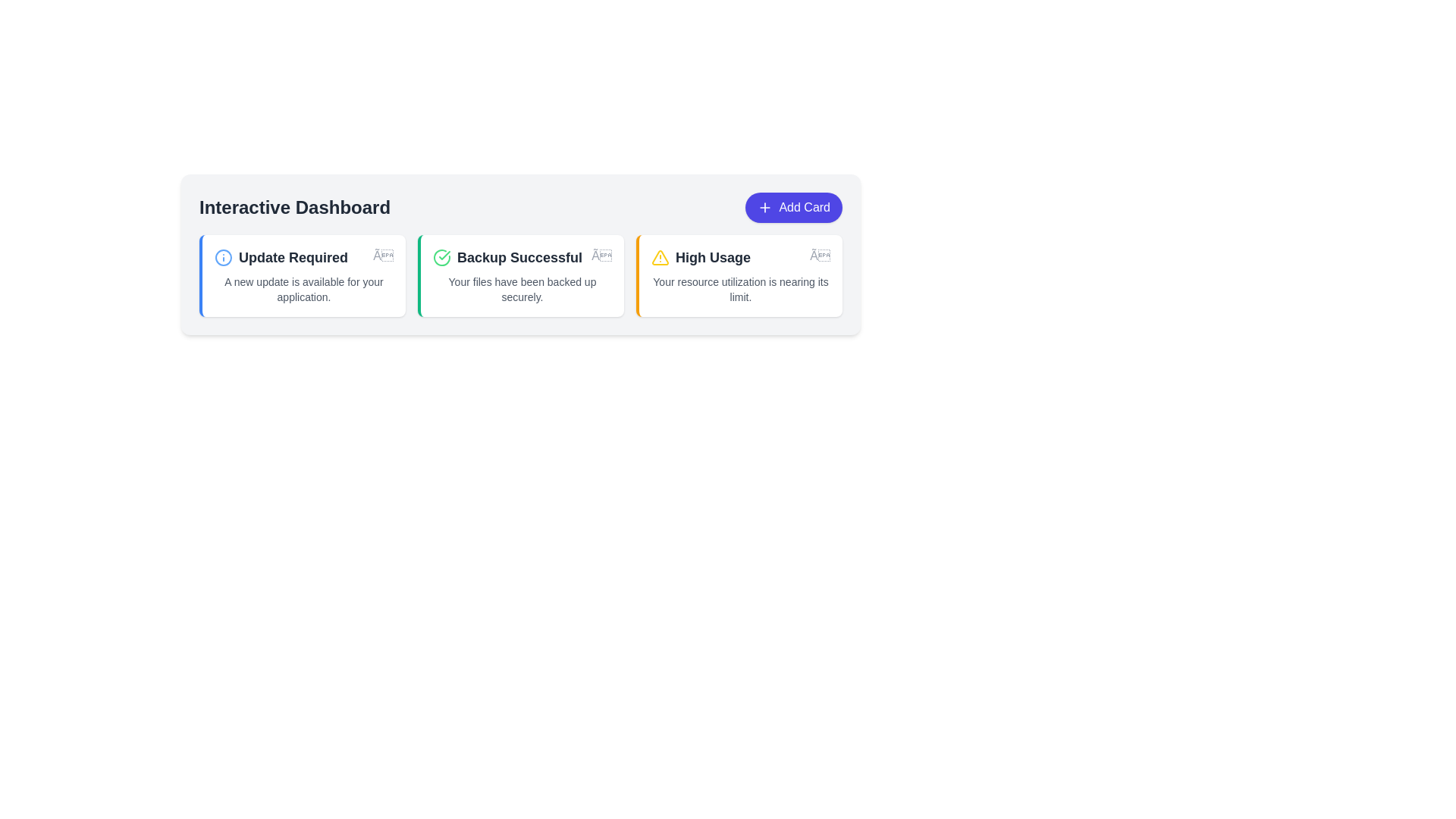 The image size is (1456, 819). I want to click on the title text element indicating a notification about high resource usage in the first notification card with a yellow left border, so click(741, 256).